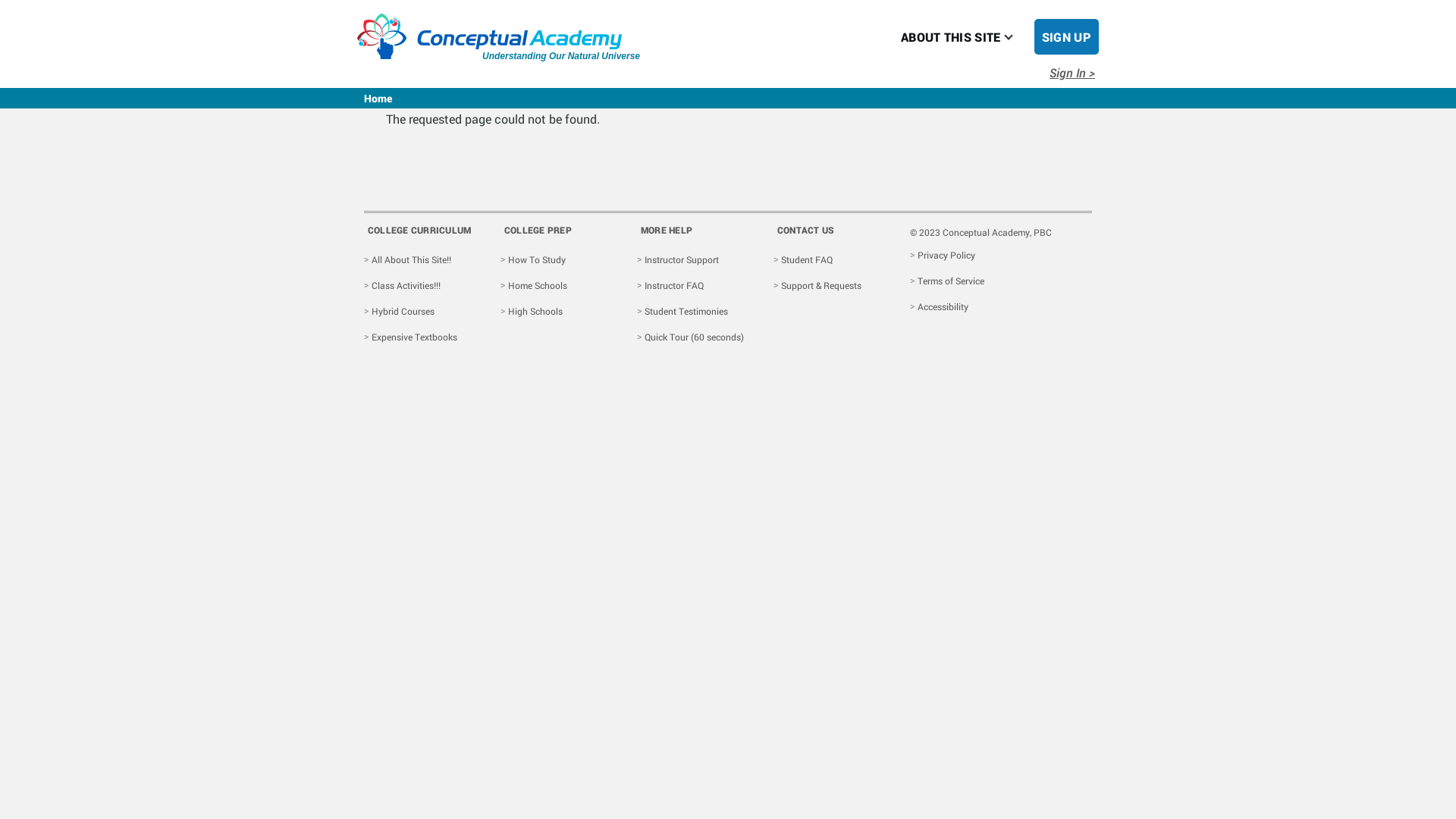 This screenshot has width=1456, height=819. Describe the element at coordinates (1065, 36) in the screenshot. I see `'SIGN UP'` at that location.